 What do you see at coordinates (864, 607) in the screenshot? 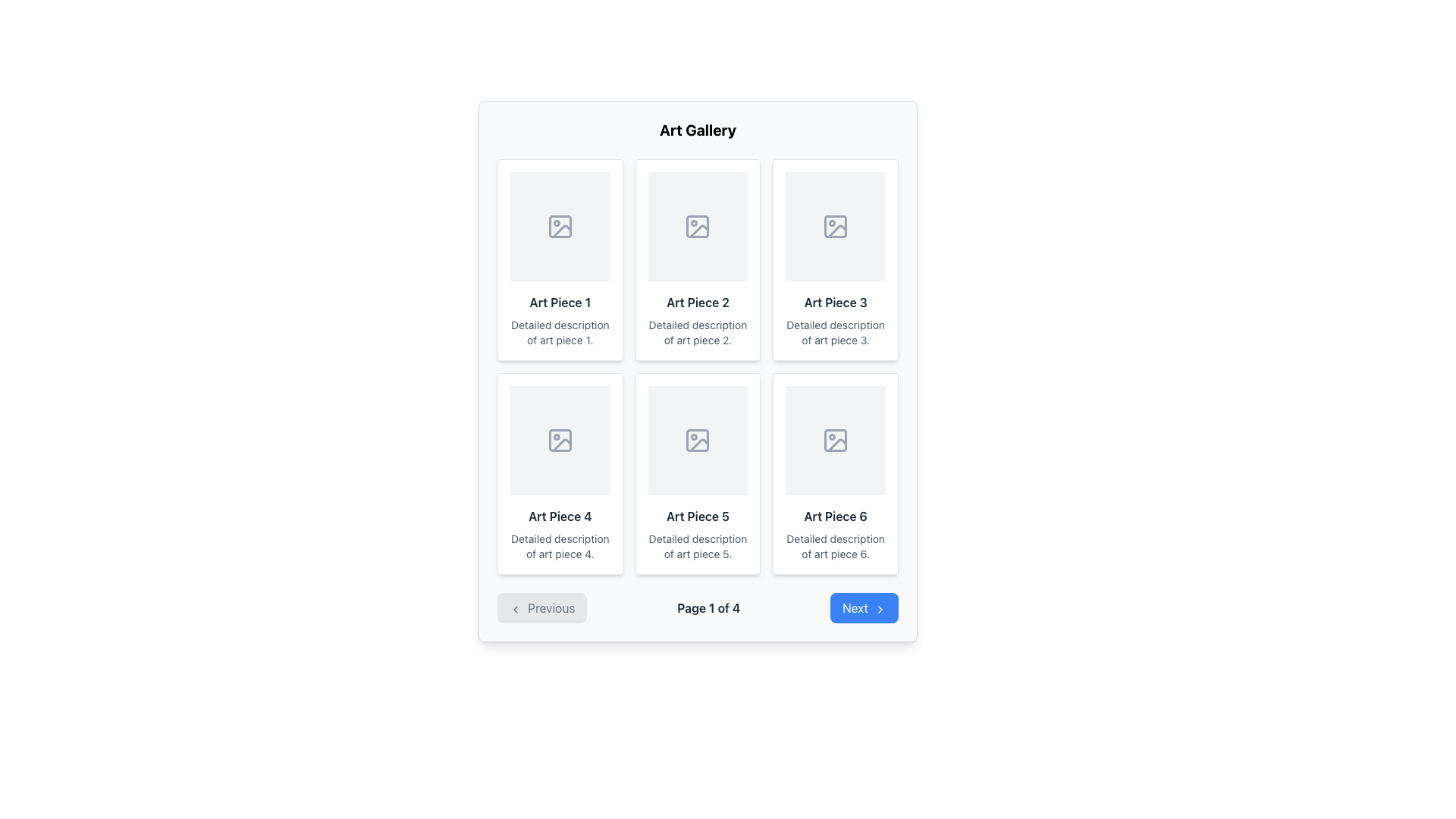
I see `the blue 'Next' button with white text and a right-facing chevron icon` at bounding box center [864, 607].